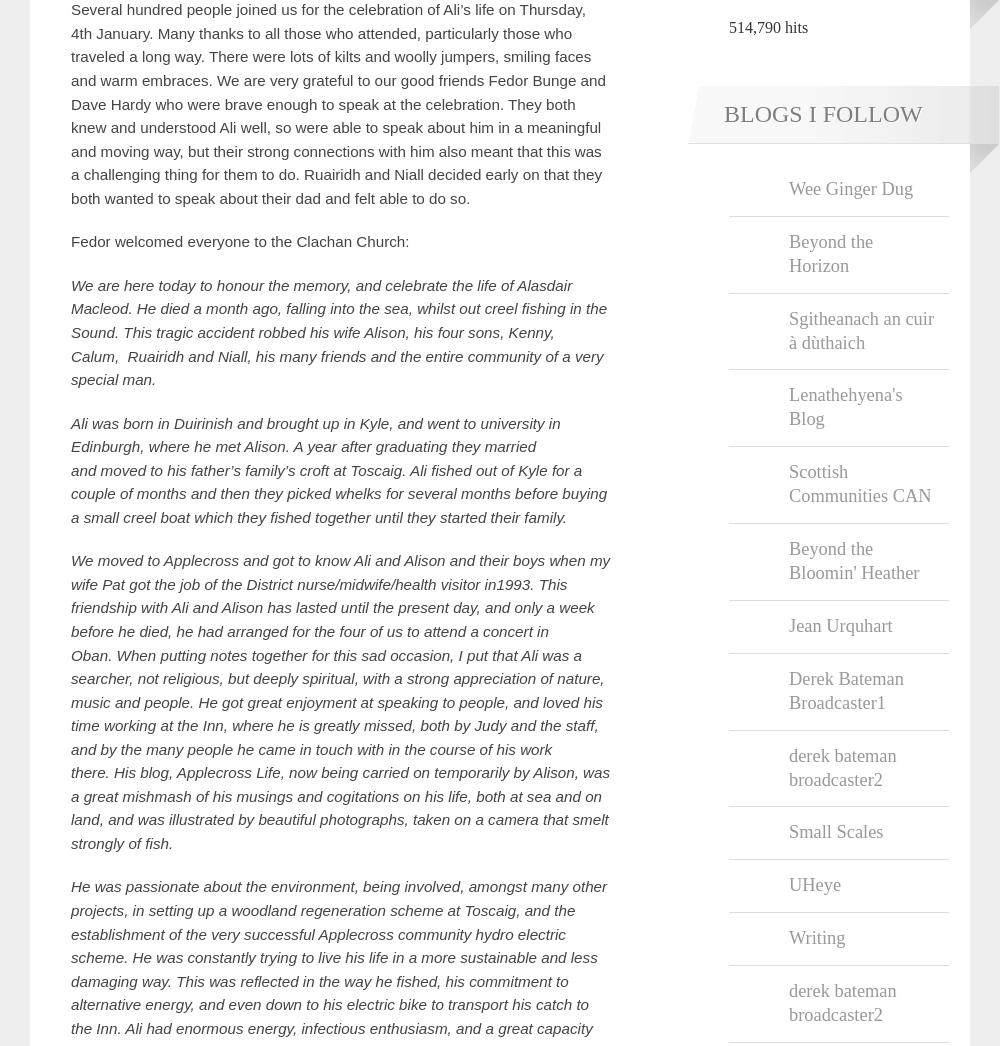  Describe the element at coordinates (70, 331) in the screenshot. I see `'We are here today to honour the memory, and celebrate the life of Alasdair Macleod. He died a month ago, falling into the sea, whilst out creel fishing in the Sound. This tragic accident robbed his wife Alison, his four sons, Kenny, Calum,  Ruairidh and Niall, his many friends and the entire community of a very special man.'` at that location.